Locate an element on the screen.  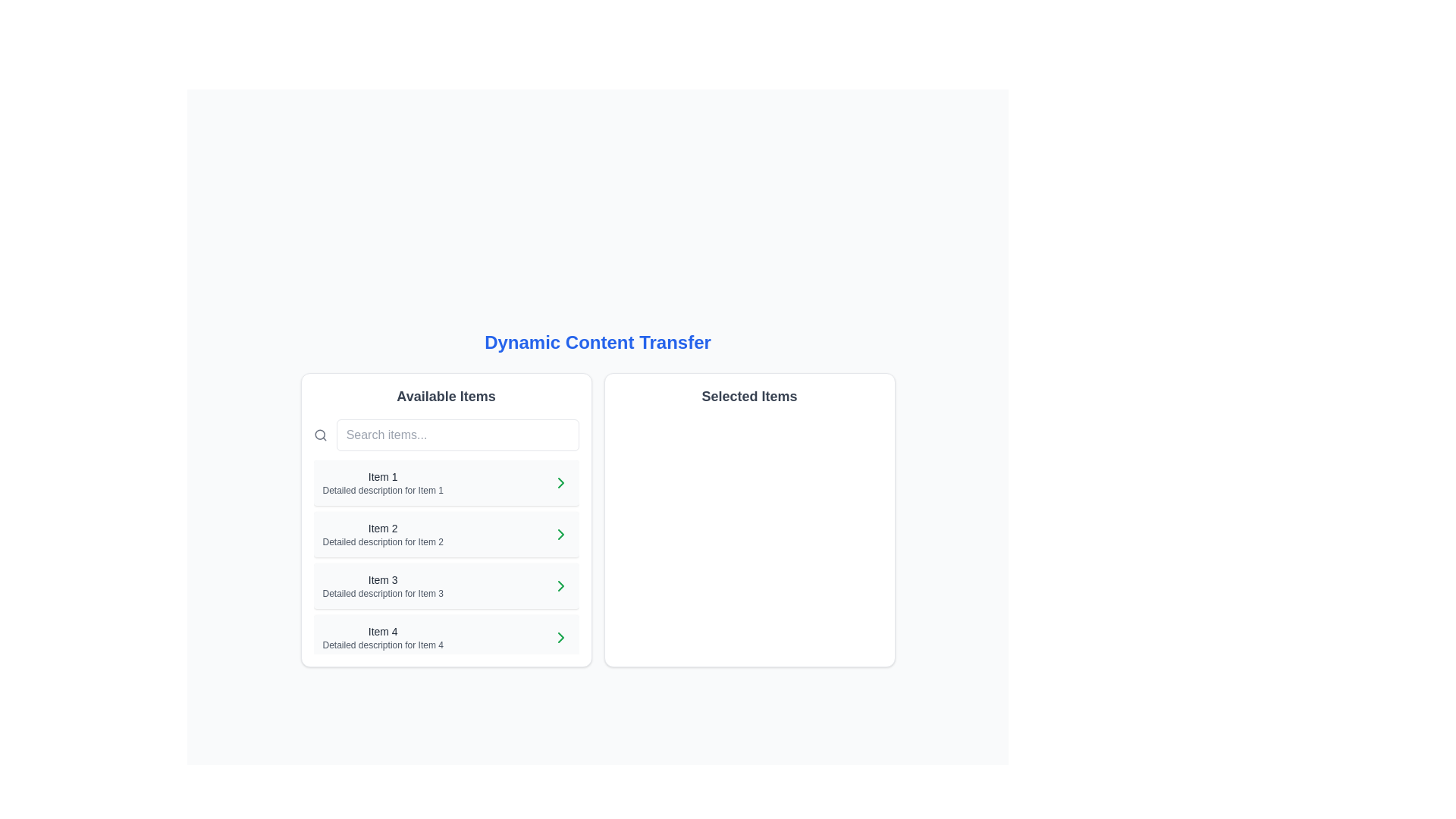
text of the 'Selected Items' heading, which is displayed in bold, gray font at the top of the right-hand panel is located at coordinates (749, 396).